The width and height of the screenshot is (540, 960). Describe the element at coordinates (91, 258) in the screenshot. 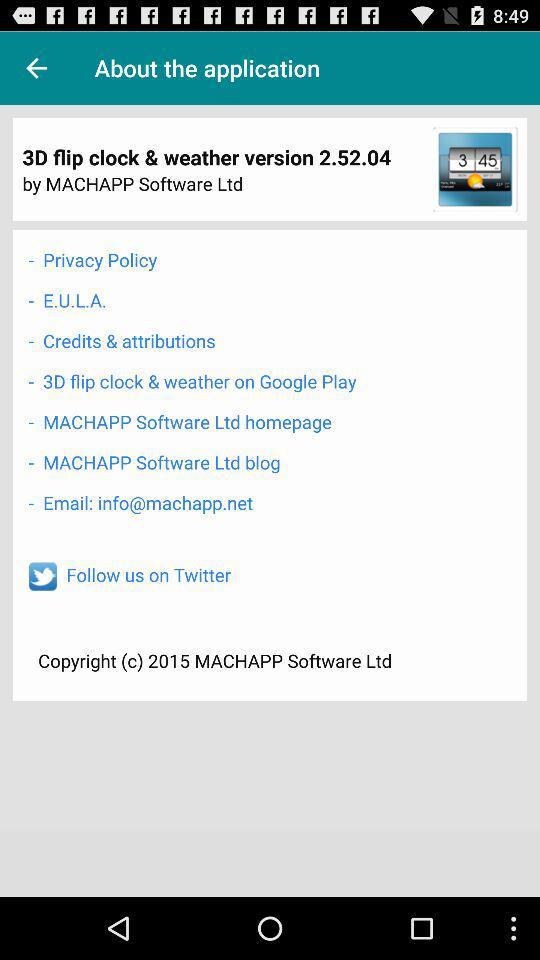

I see `the -  privacy policy item` at that location.